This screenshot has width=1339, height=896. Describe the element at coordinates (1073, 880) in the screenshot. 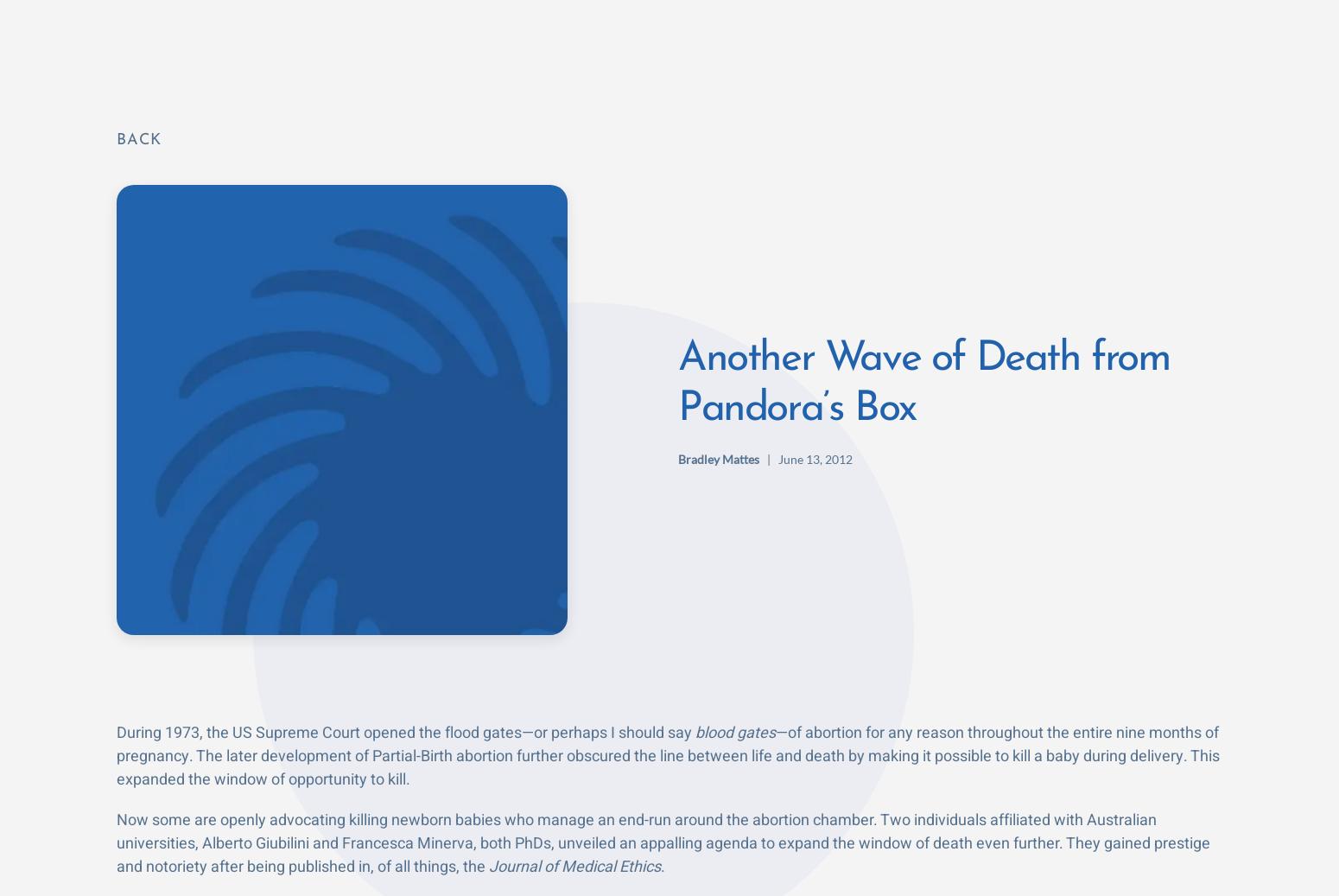

I see `'October 19, 2023'` at that location.